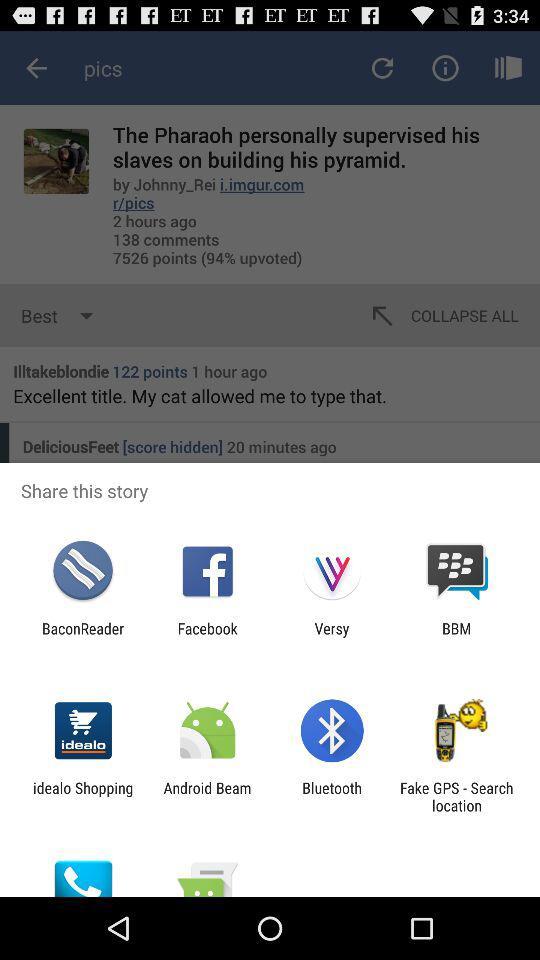 Image resolution: width=540 pixels, height=960 pixels. What do you see at coordinates (332, 636) in the screenshot?
I see `versy app` at bounding box center [332, 636].